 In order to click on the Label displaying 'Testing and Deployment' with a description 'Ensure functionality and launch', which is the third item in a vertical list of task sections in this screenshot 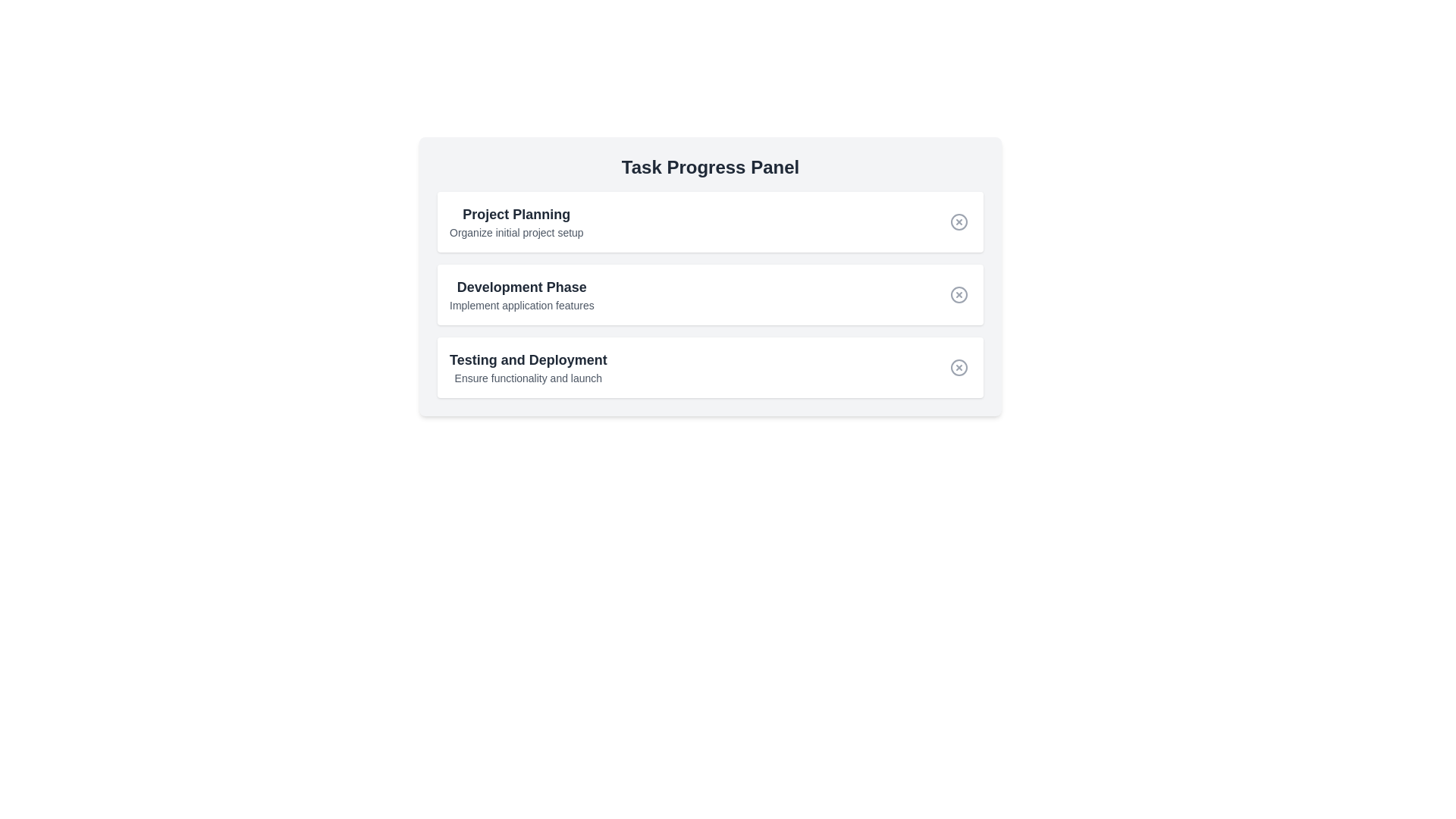, I will do `click(528, 368)`.